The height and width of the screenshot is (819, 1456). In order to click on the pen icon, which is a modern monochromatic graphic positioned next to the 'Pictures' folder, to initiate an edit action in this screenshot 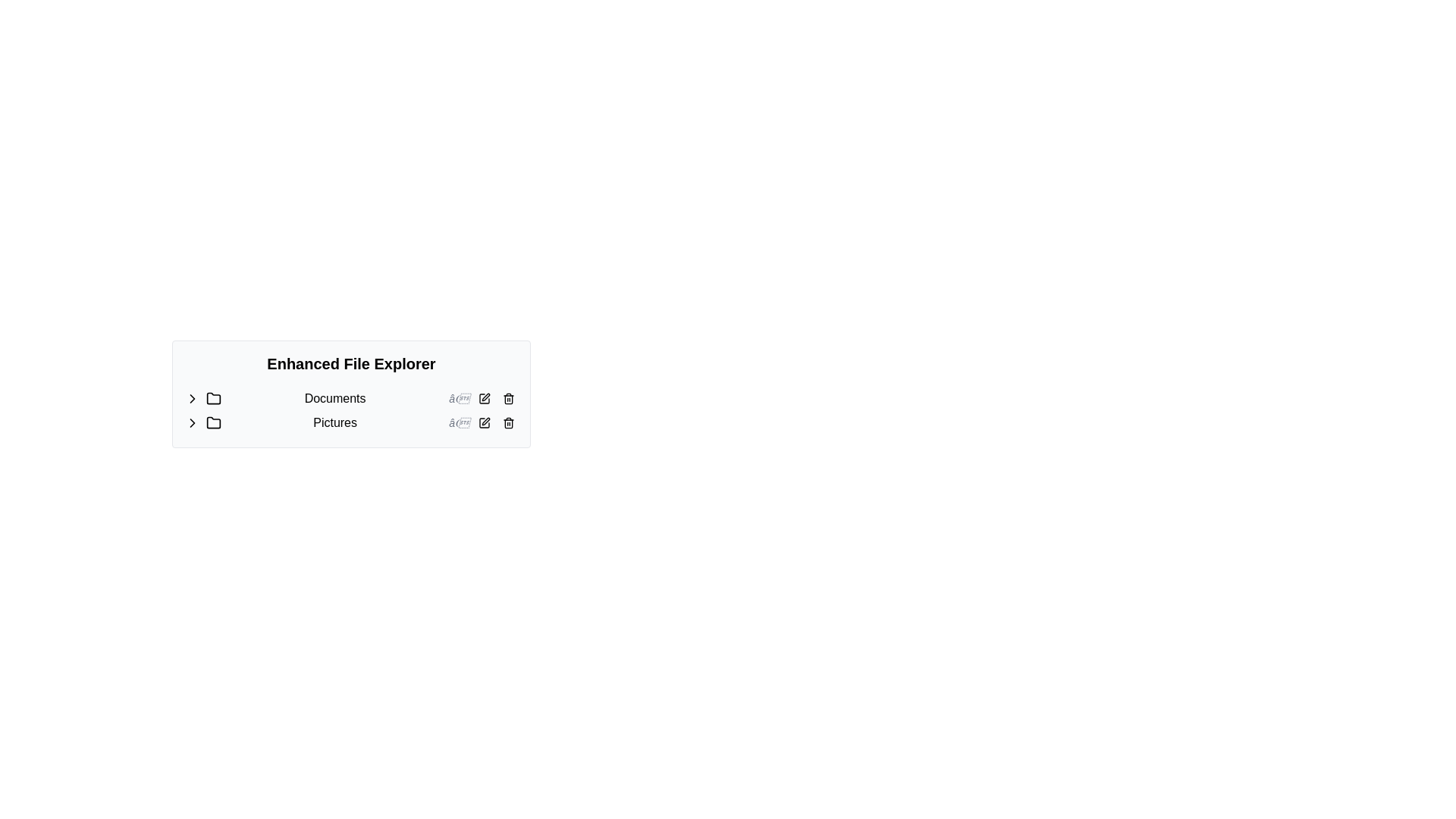, I will do `click(486, 421)`.